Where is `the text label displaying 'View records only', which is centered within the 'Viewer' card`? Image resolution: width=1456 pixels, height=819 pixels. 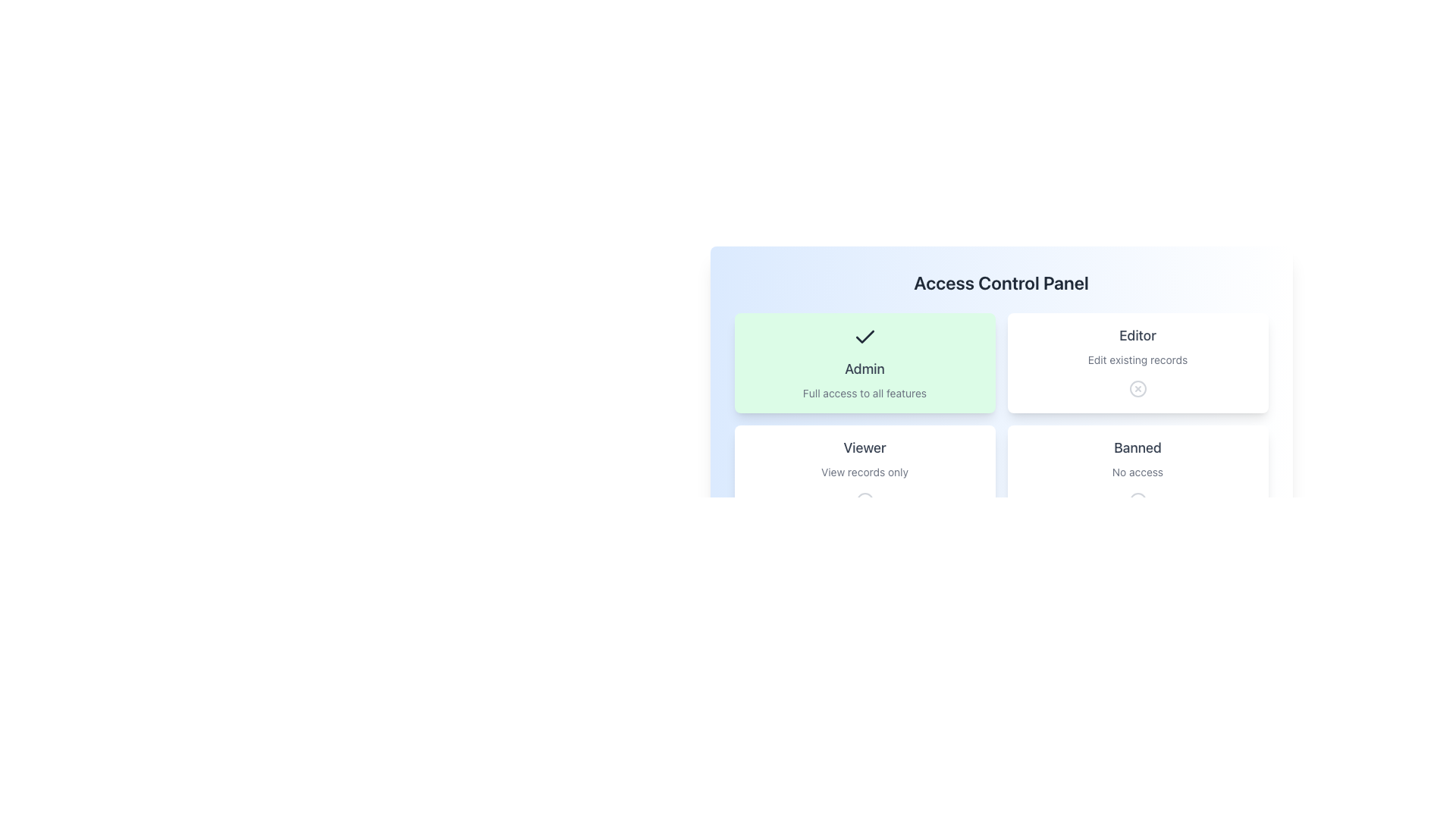
the text label displaying 'View records only', which is centered within the 'Viewer' card is located at coordinates (864, 472).